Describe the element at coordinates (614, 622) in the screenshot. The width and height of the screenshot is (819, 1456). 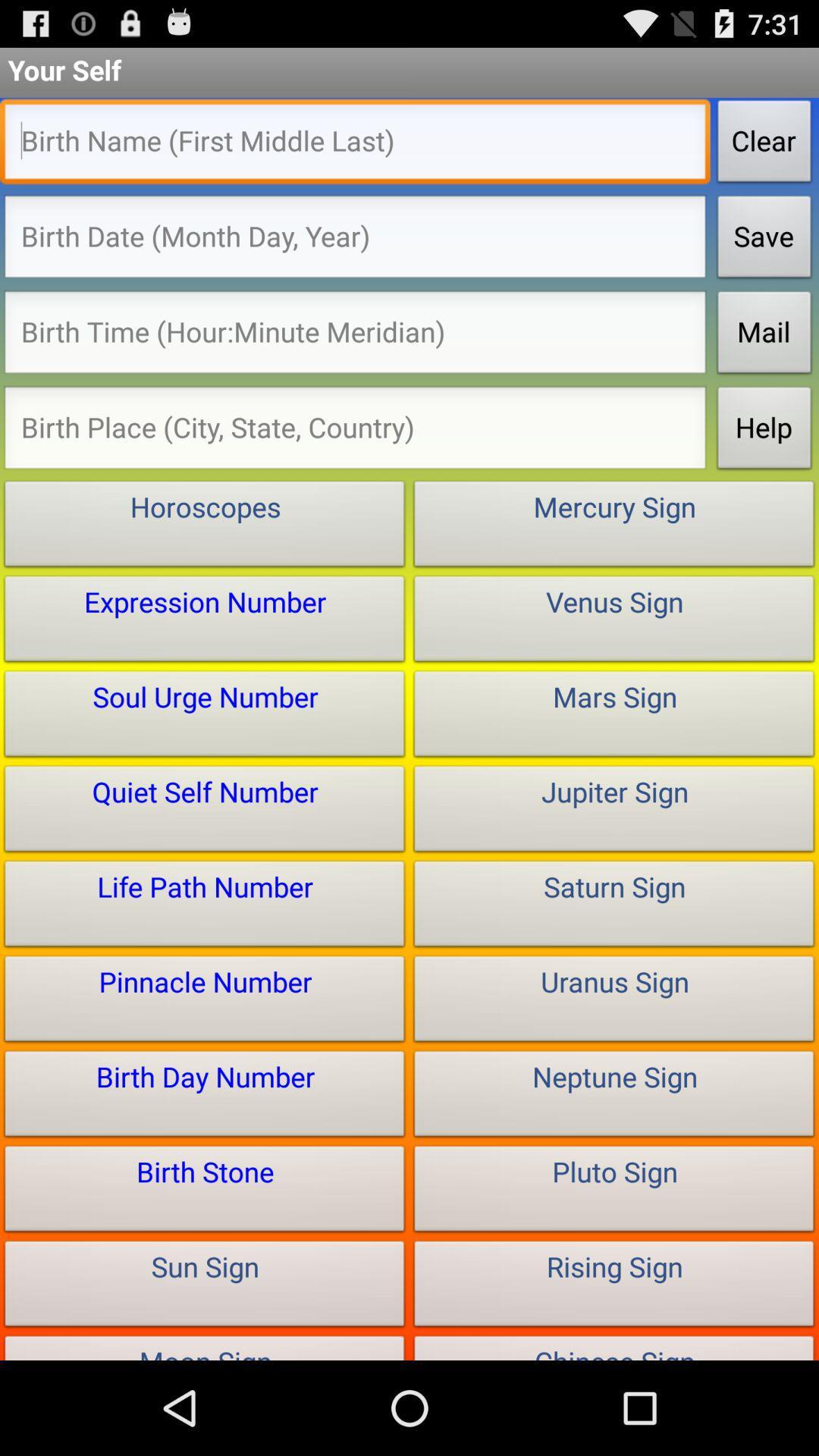
I see `the button below the mercury sign button on the web page` at that location.